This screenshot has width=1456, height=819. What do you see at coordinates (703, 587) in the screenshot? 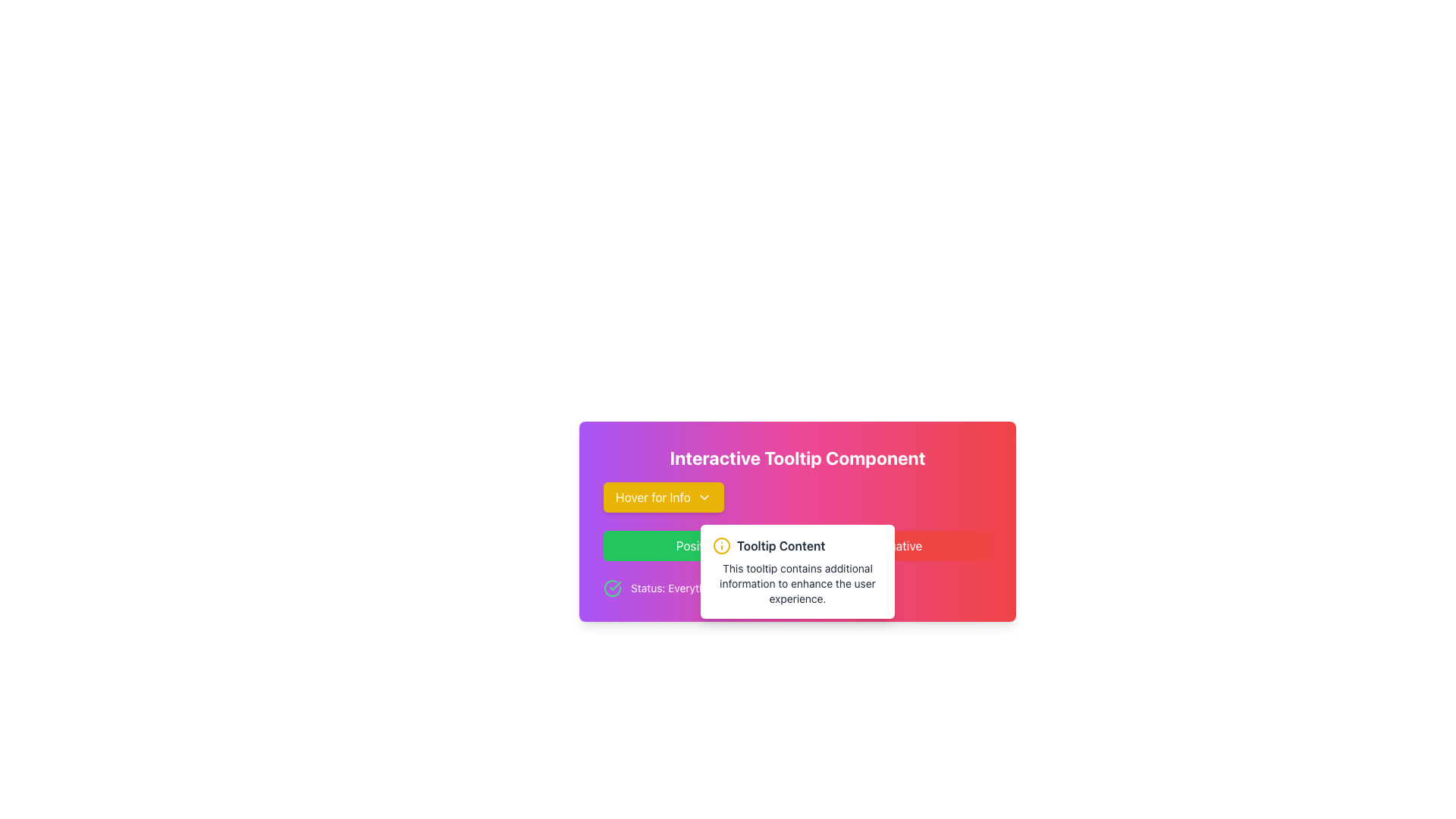
I see `the static text label displaying 'Status: Everything looks good' with a light purple background, located in the lower-left portion of the interface` at bounding box center [703, 587].